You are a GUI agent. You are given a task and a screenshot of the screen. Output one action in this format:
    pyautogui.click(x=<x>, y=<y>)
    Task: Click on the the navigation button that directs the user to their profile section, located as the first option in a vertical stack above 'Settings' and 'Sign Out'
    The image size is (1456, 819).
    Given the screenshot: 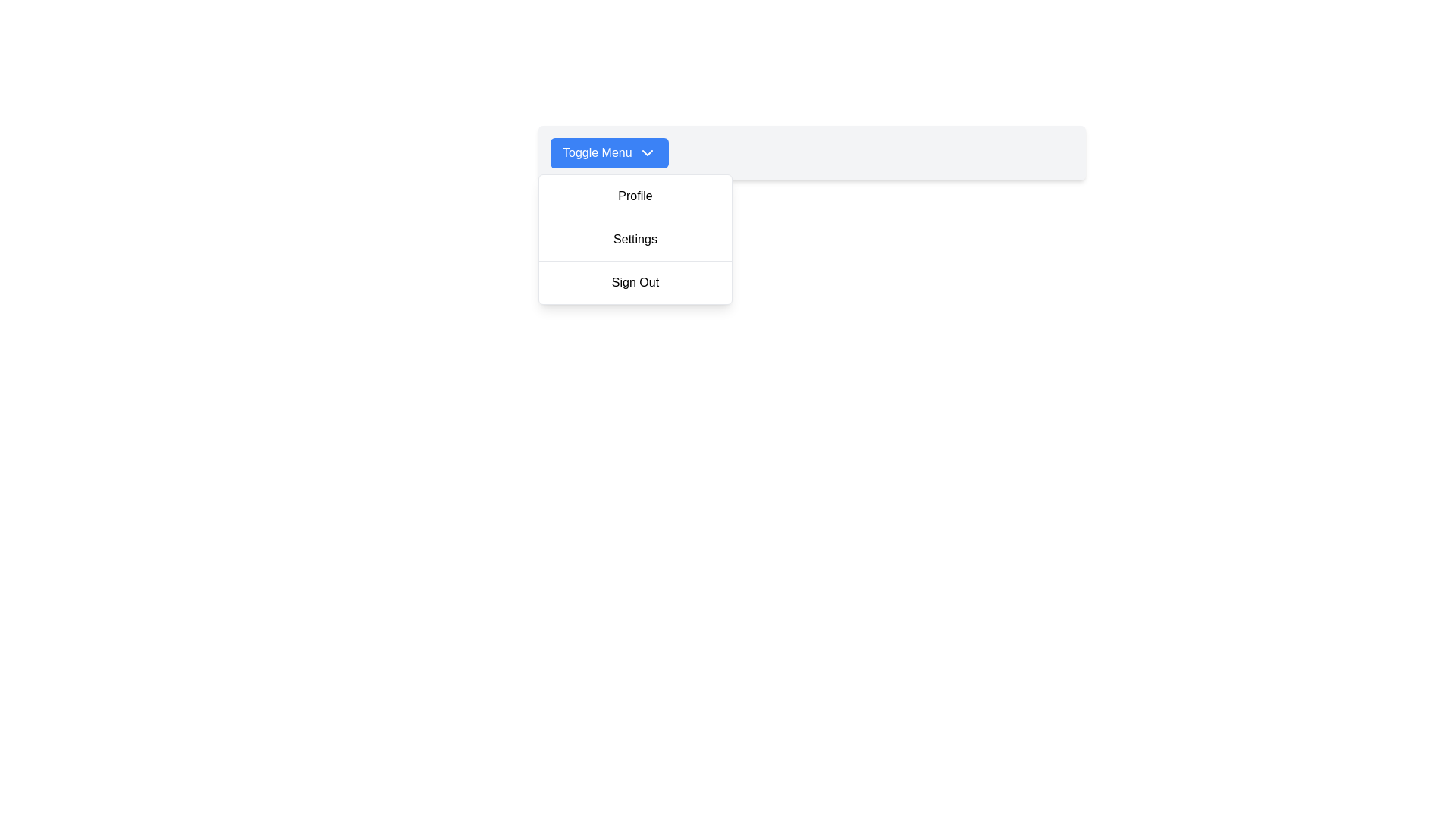 What is the action you would take?
    pyautogui.click(x=635, y=195)
    